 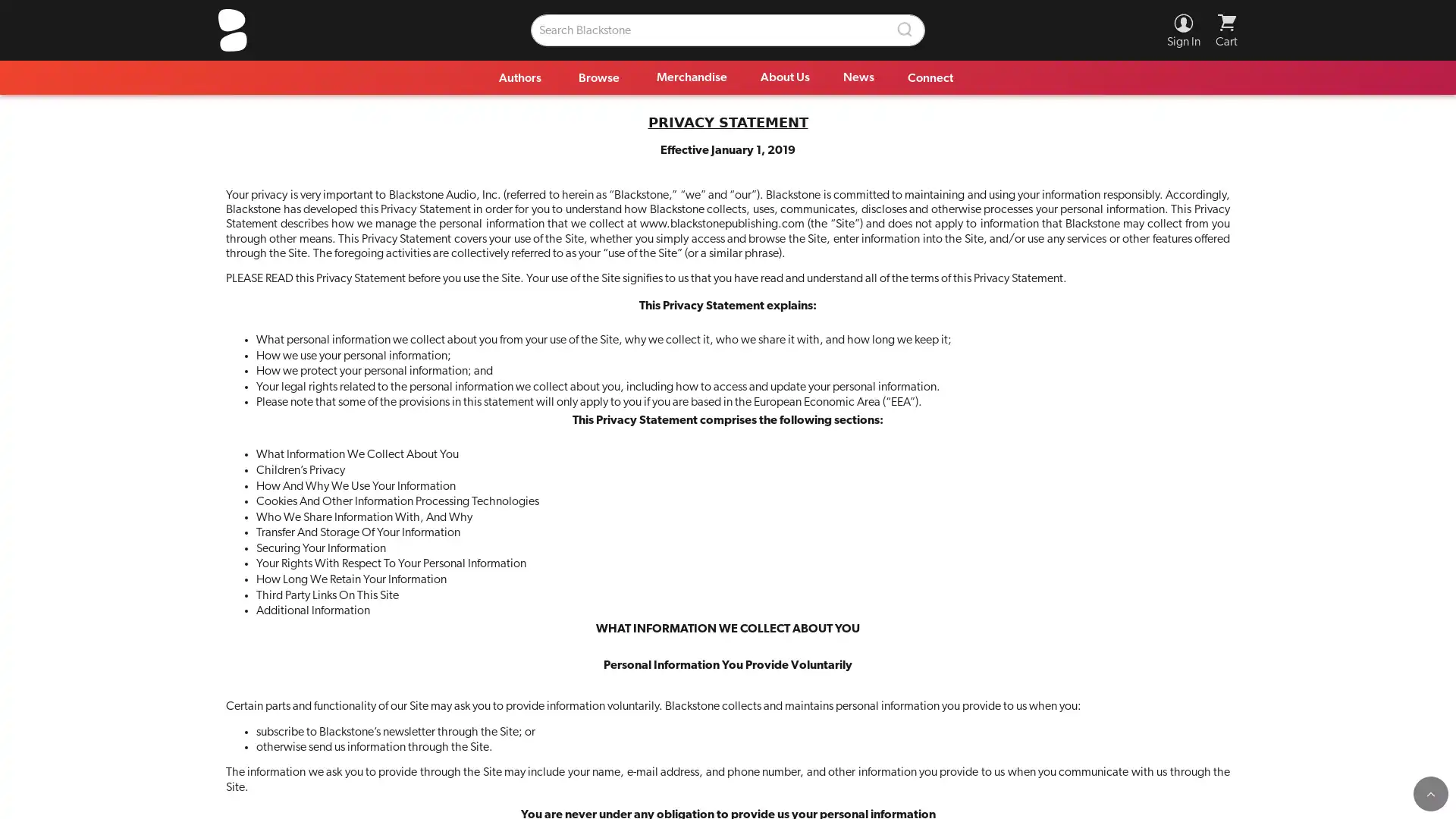 What do you see at coordinates (905, 30) in the screenshot?
I see `Search` at bounding box center [905, 30].